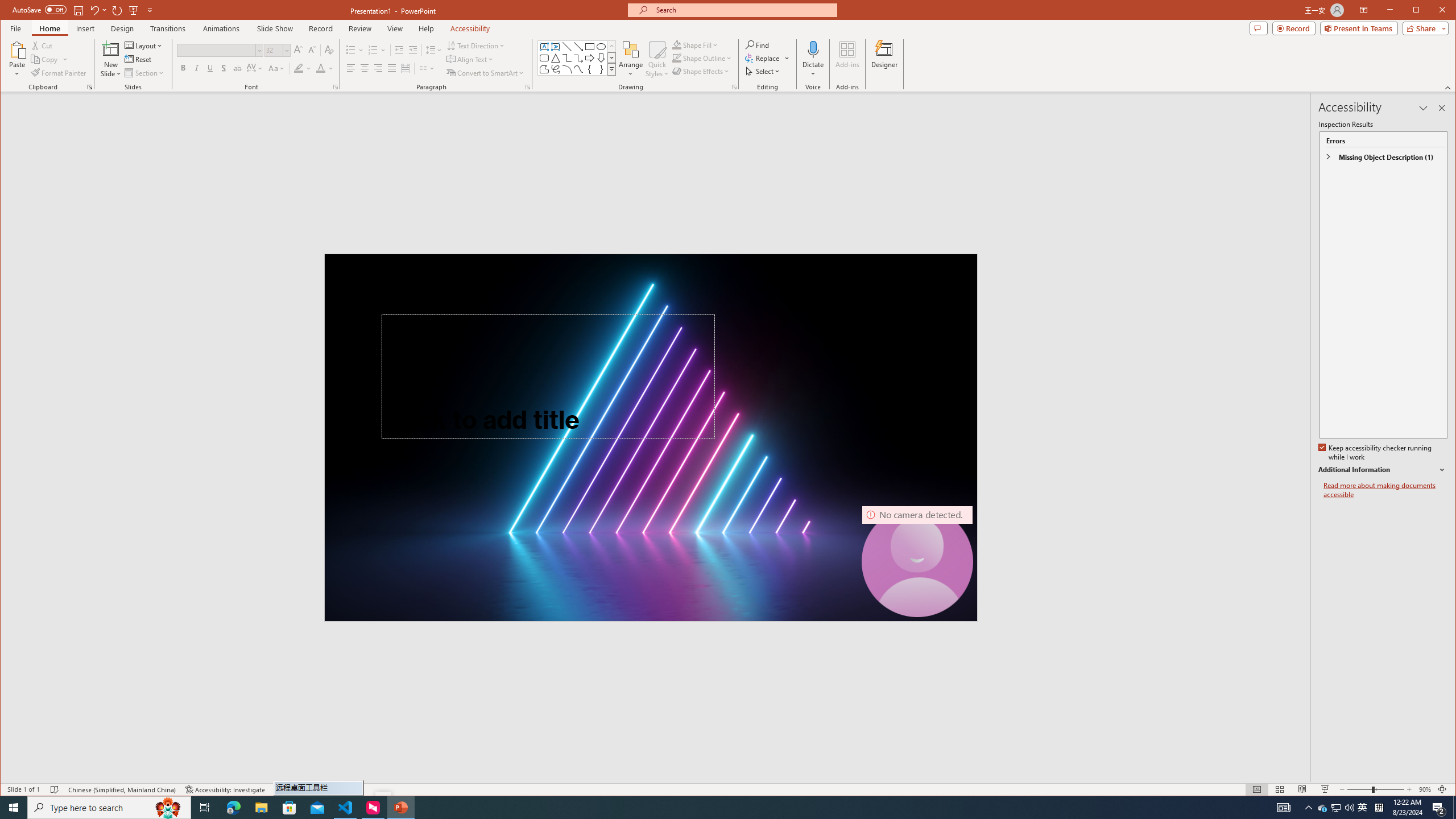 The image size is (1456, 819). I want to click on 'AutomationID: ShapesInsertGallery', so click(577, 57).